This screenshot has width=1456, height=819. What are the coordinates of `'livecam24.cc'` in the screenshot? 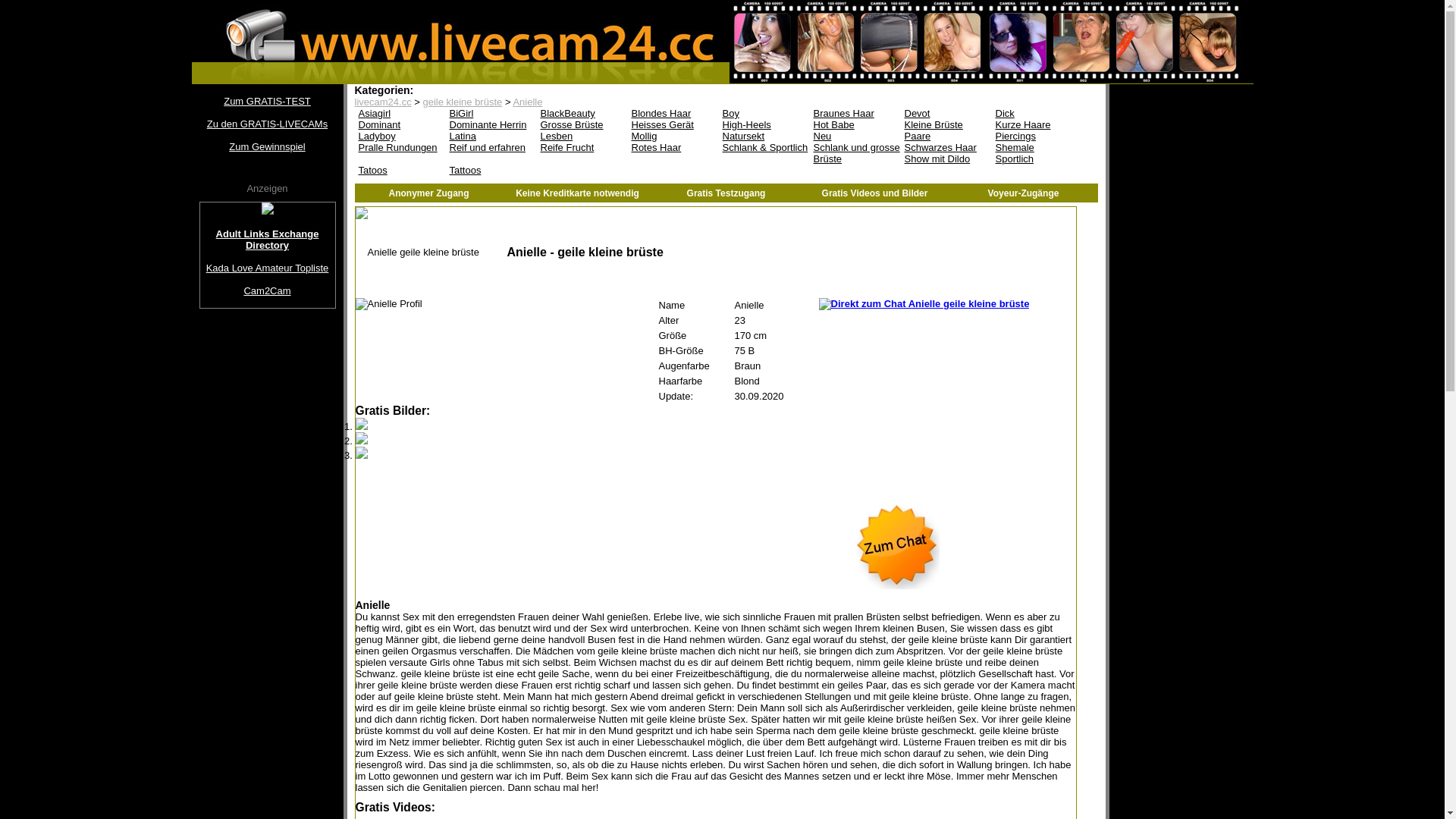 It's located at (383, 102).